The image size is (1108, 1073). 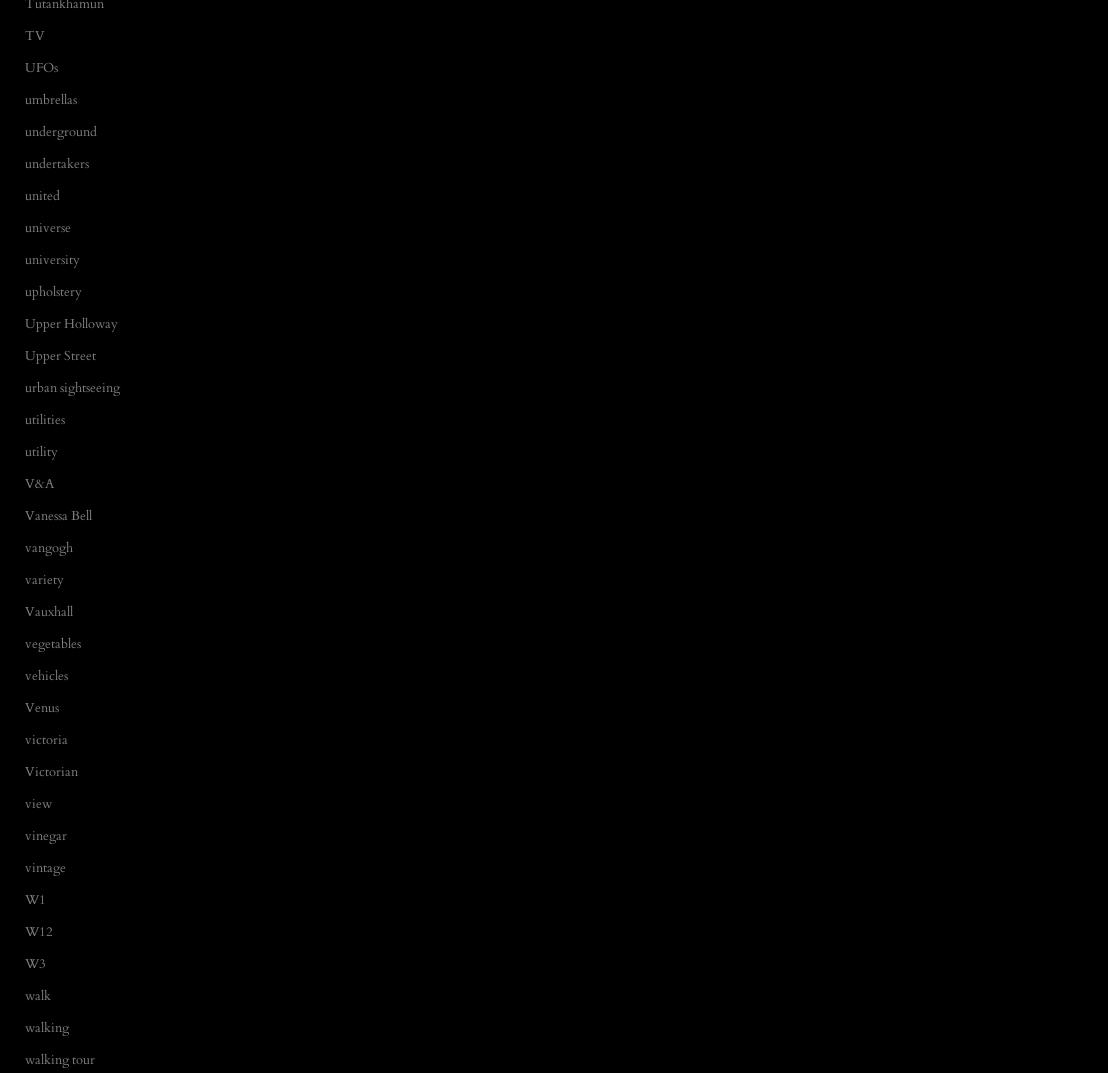 What do you see at coordinates (52, 289) in the screenshot?
I see `'upholstery'` at bounding box center [52, 289].